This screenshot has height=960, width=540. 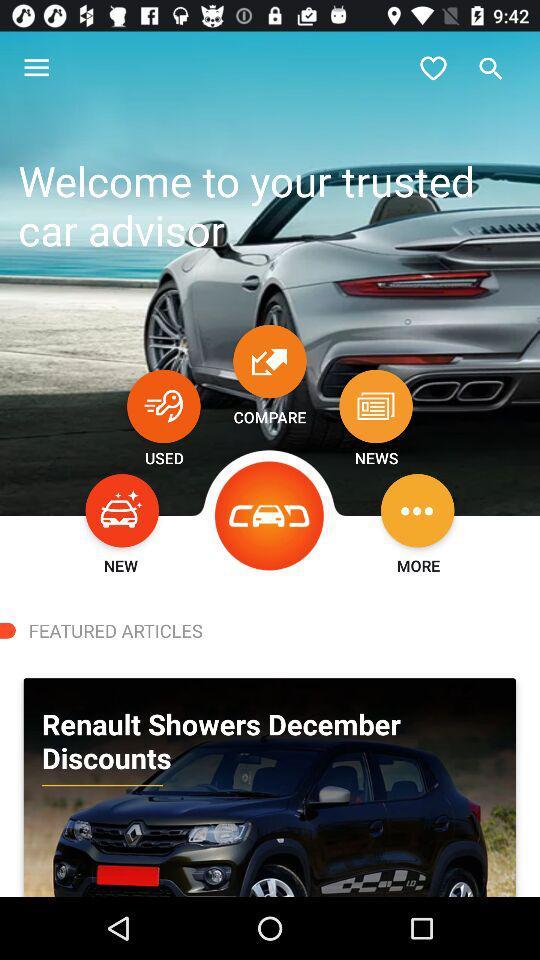 I want to click on more options, so click(x=416, y=509).